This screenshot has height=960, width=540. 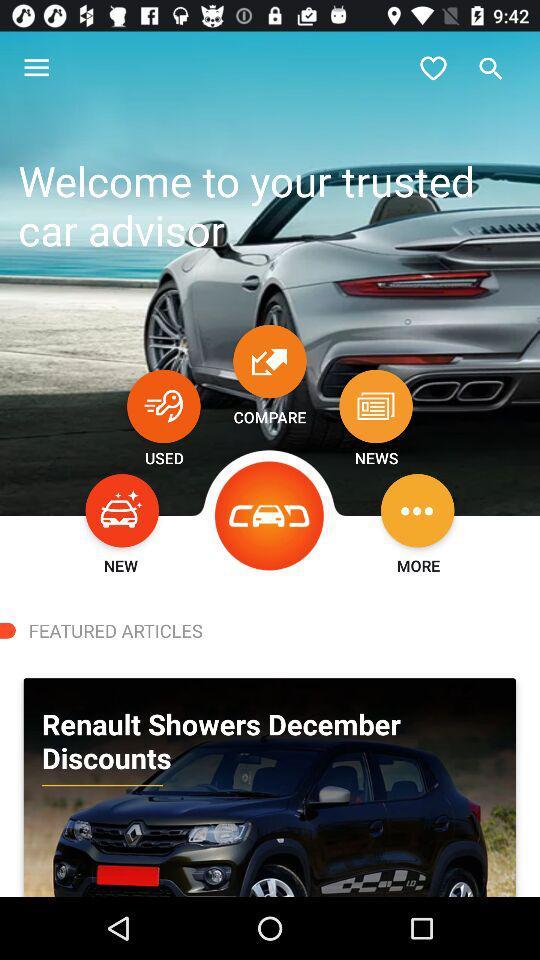 I want to click on more options, so click(x=416, y=509).